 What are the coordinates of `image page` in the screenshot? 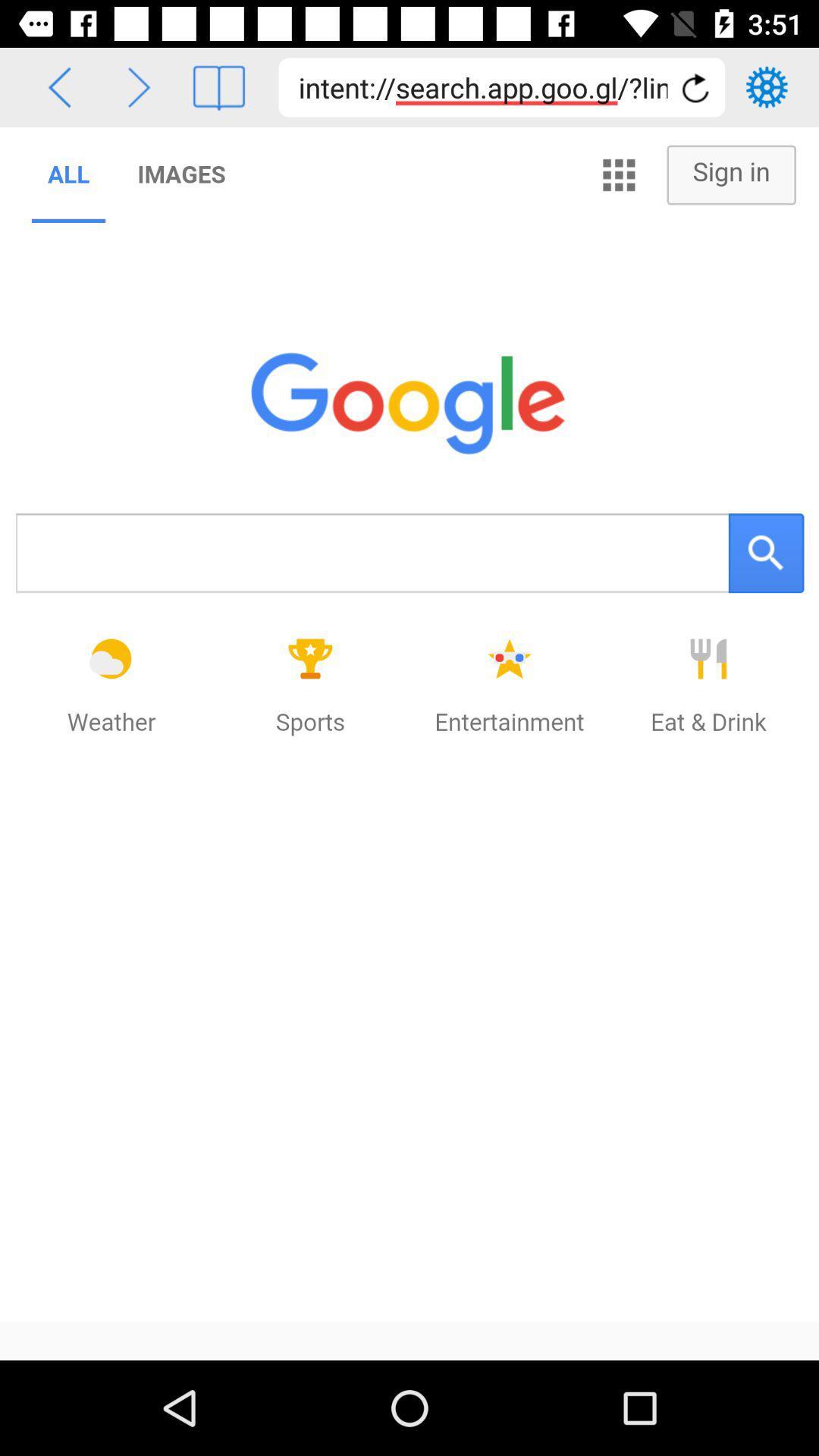 It's located at (218, 86).